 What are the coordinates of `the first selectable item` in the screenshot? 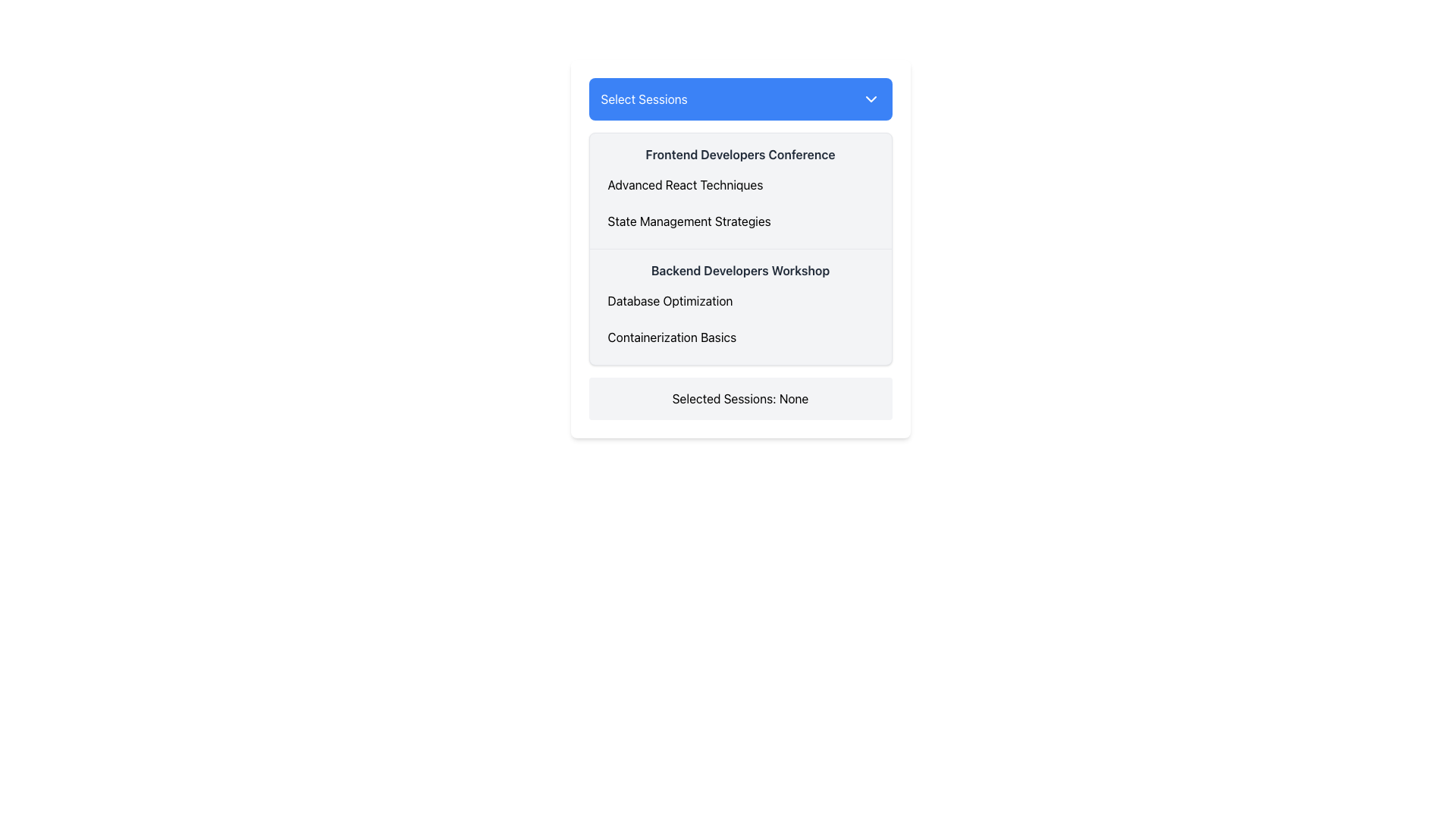 It's located at (740, 184).